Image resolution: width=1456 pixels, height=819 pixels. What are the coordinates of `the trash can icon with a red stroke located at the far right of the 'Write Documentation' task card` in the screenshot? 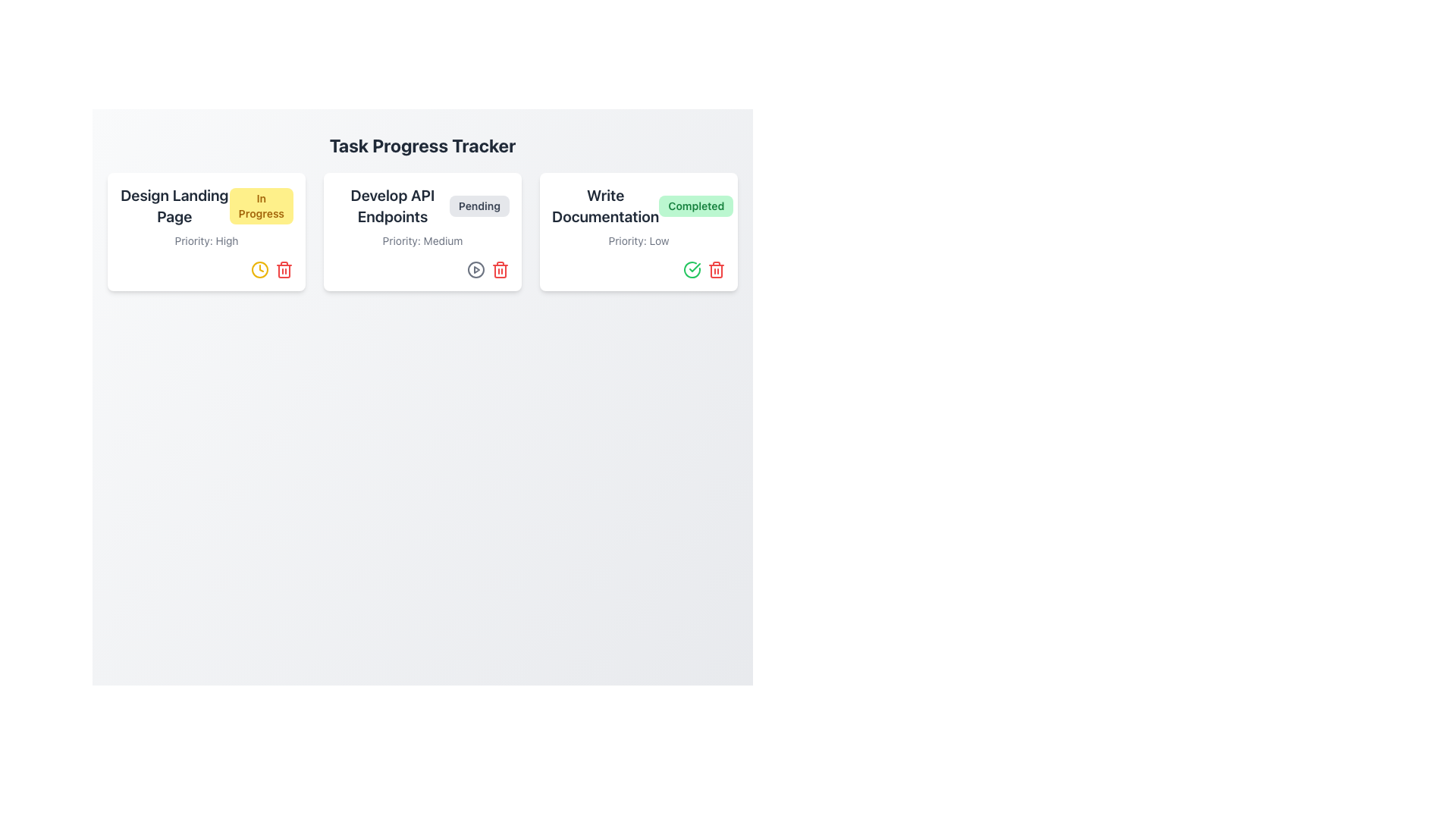 It's located at (716, 268).